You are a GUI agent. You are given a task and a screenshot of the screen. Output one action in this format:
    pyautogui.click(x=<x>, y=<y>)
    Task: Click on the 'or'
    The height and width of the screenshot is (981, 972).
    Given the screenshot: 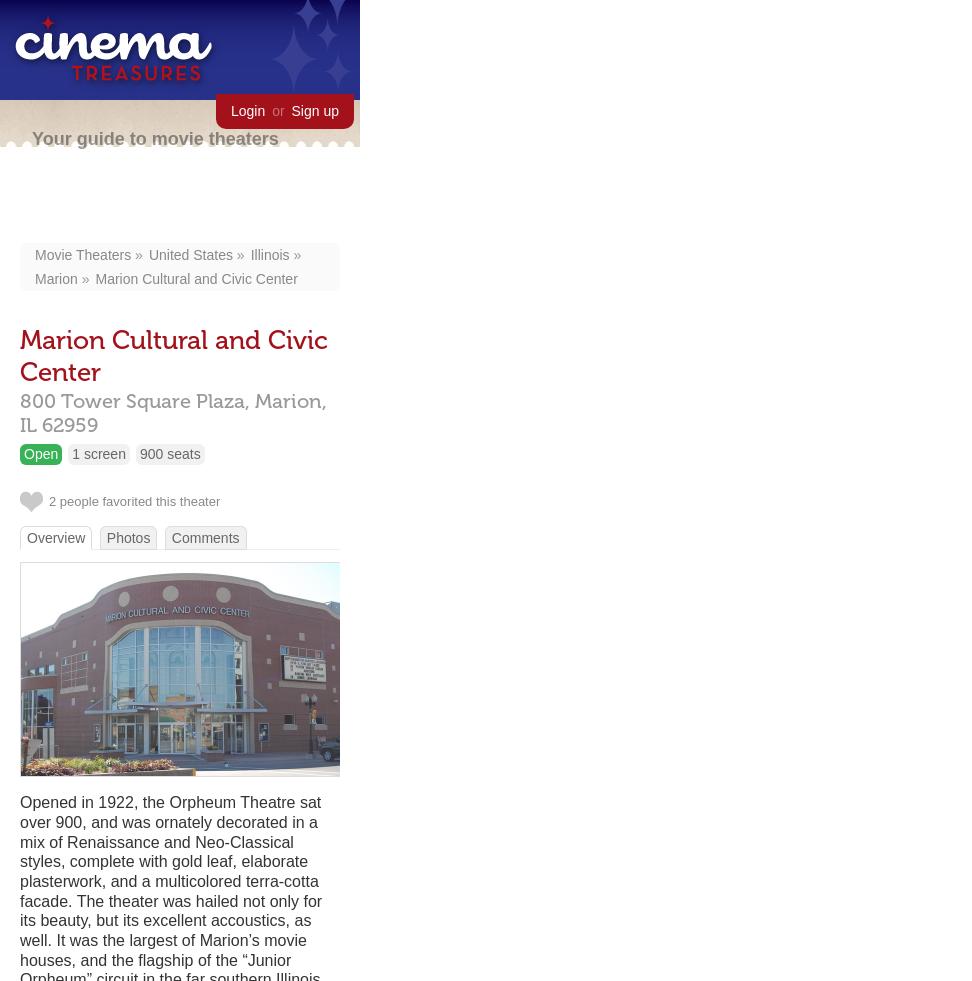 What is the action you would take?
    pyautogui.click(x=277, y=109)
    